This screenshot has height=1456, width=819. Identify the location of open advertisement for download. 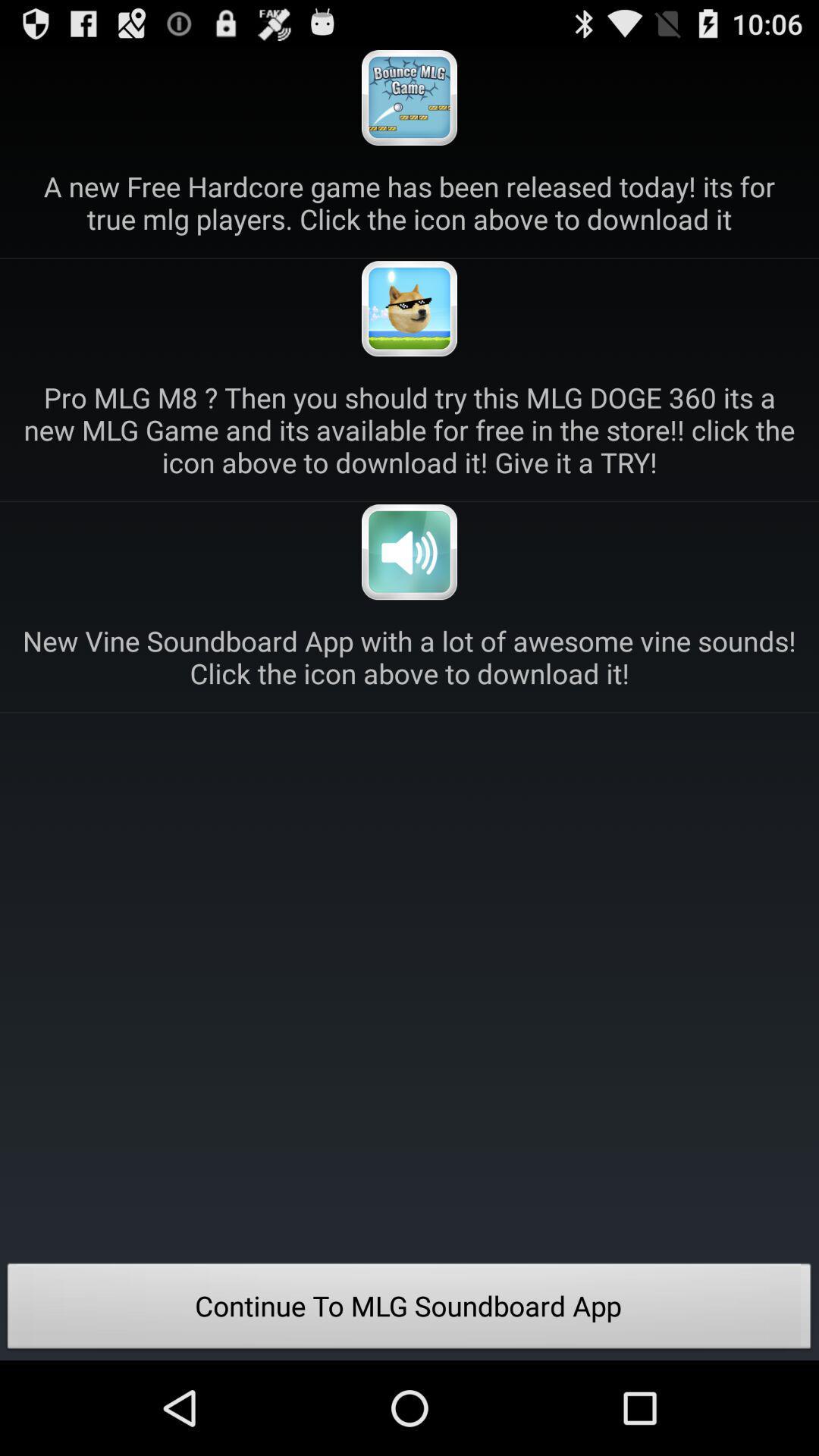
(409, 308).